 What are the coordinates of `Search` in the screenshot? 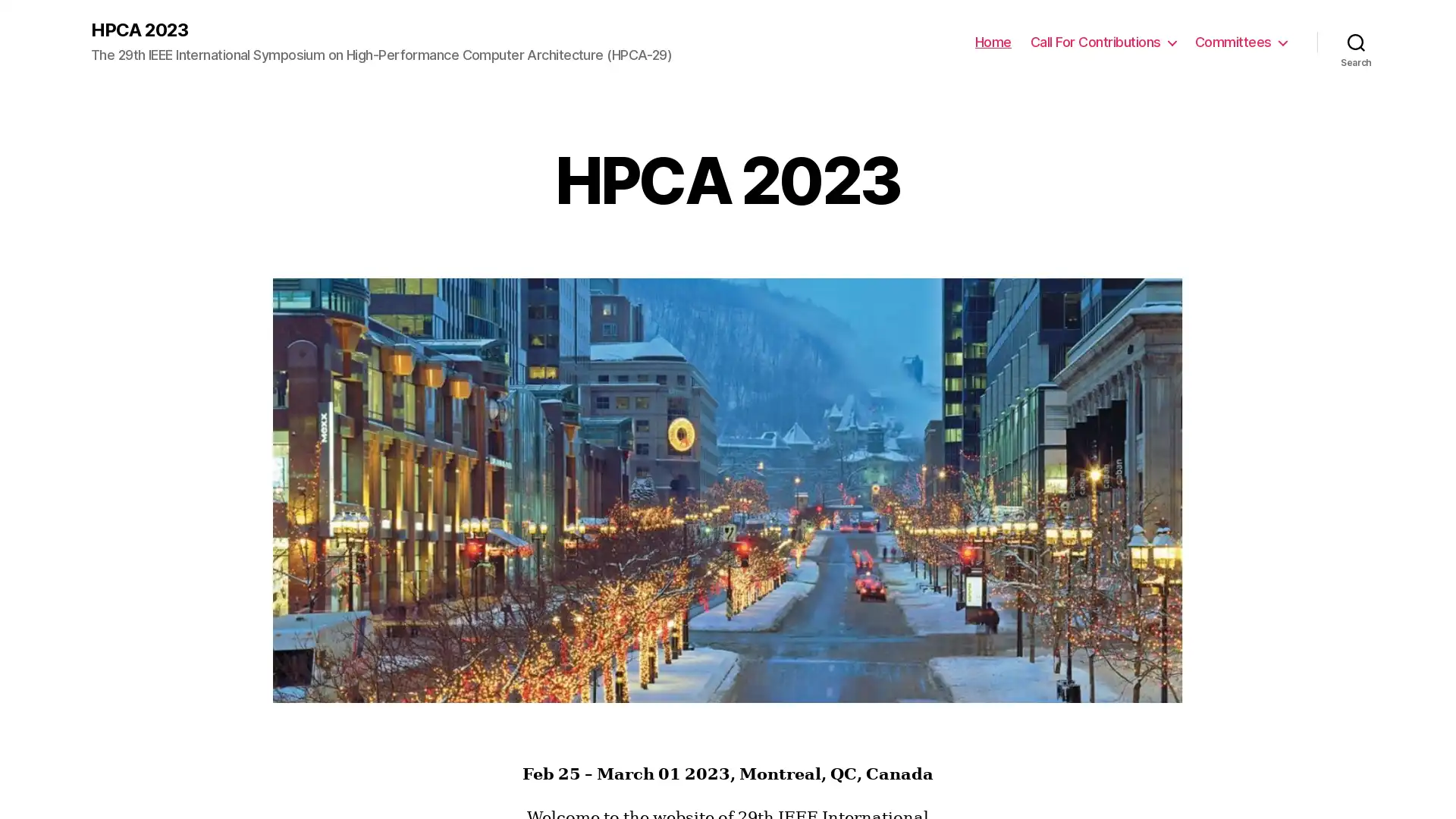 It's located at (1356, 40).